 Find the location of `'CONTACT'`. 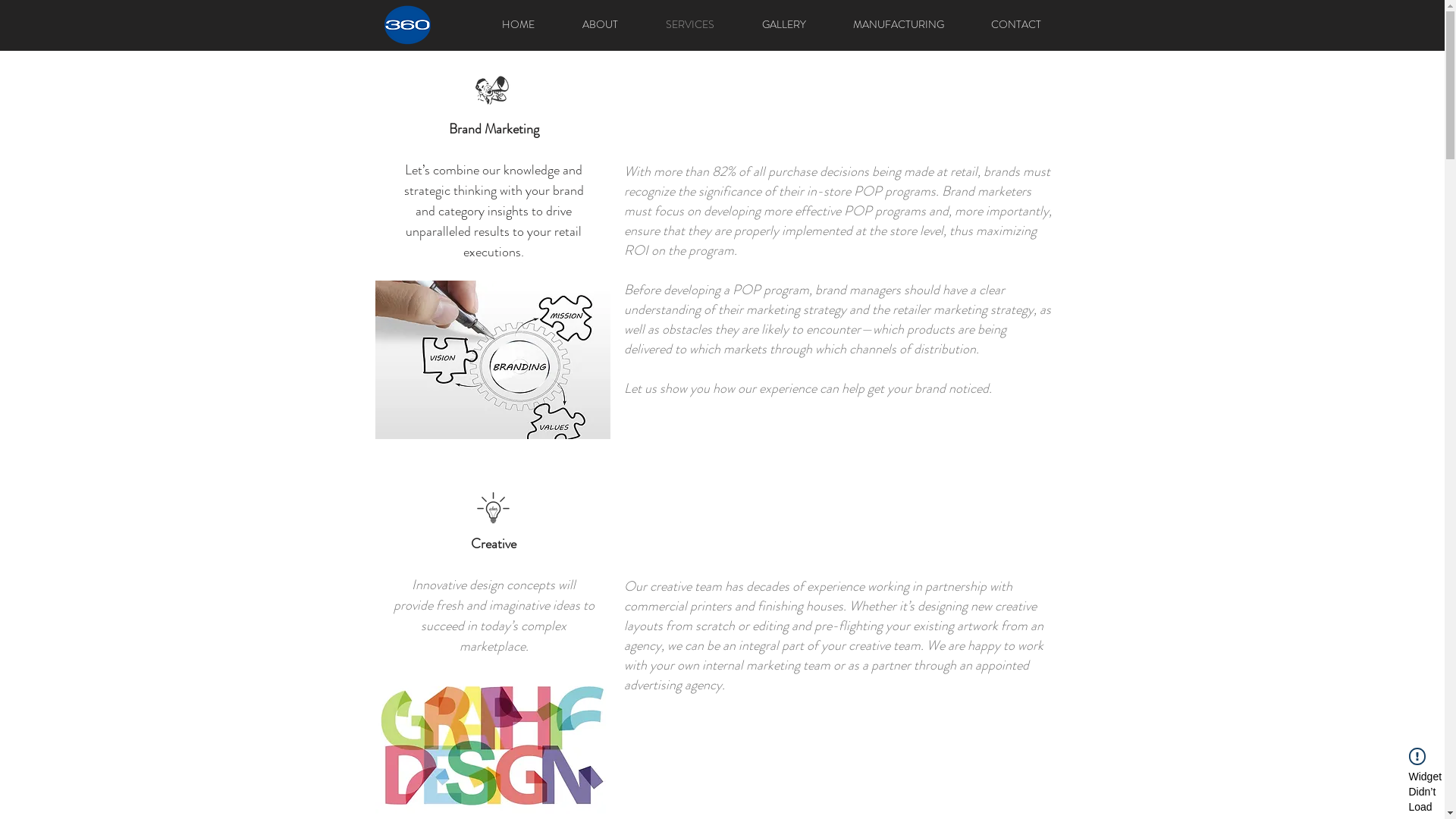

'CONTACT' is located at coordinates (967, 24).